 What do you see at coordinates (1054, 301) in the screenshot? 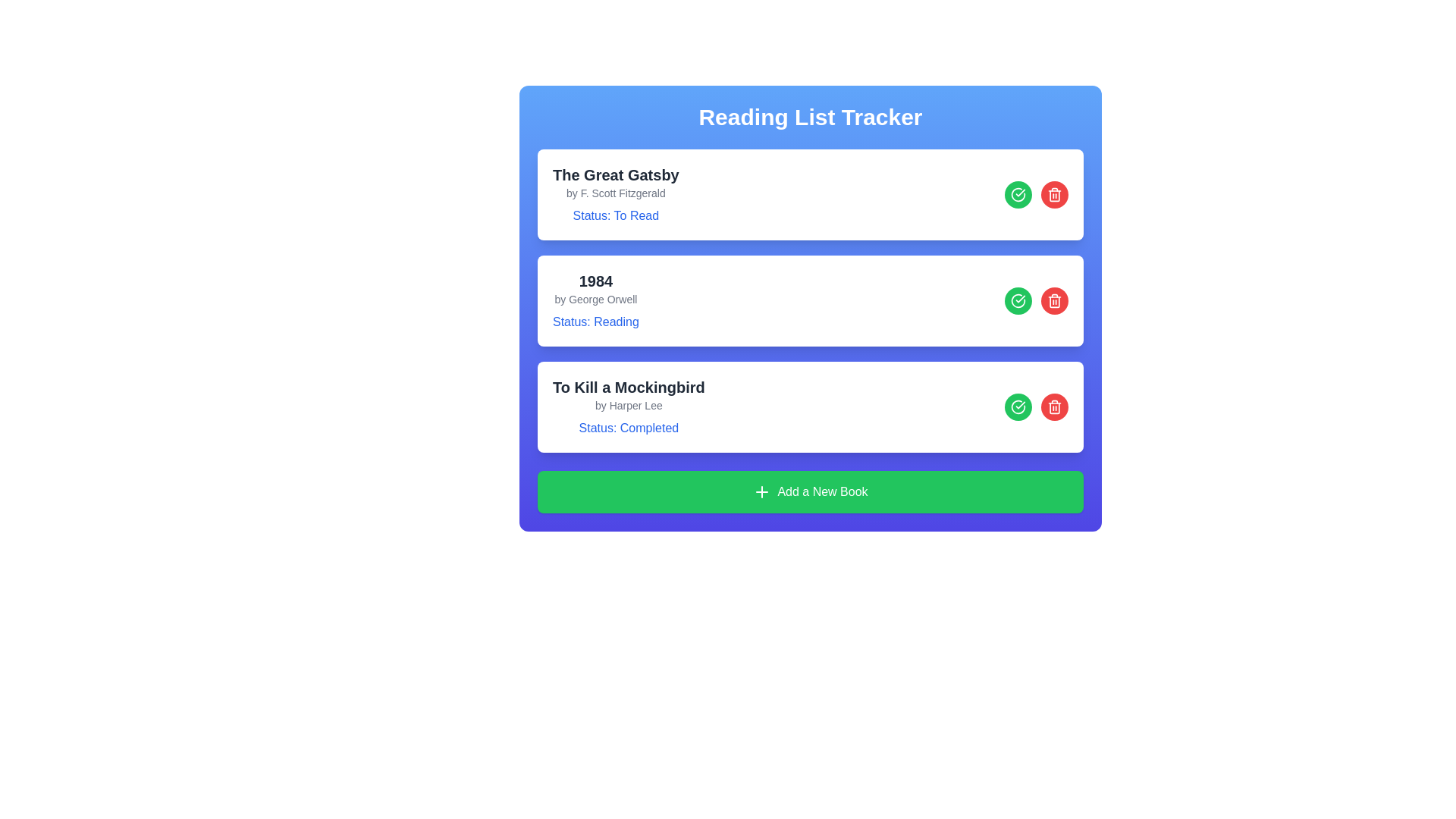
I see `the second circular icon button for the book entry '1984' to observe its hover effects` at bounding box center [1054, 301].